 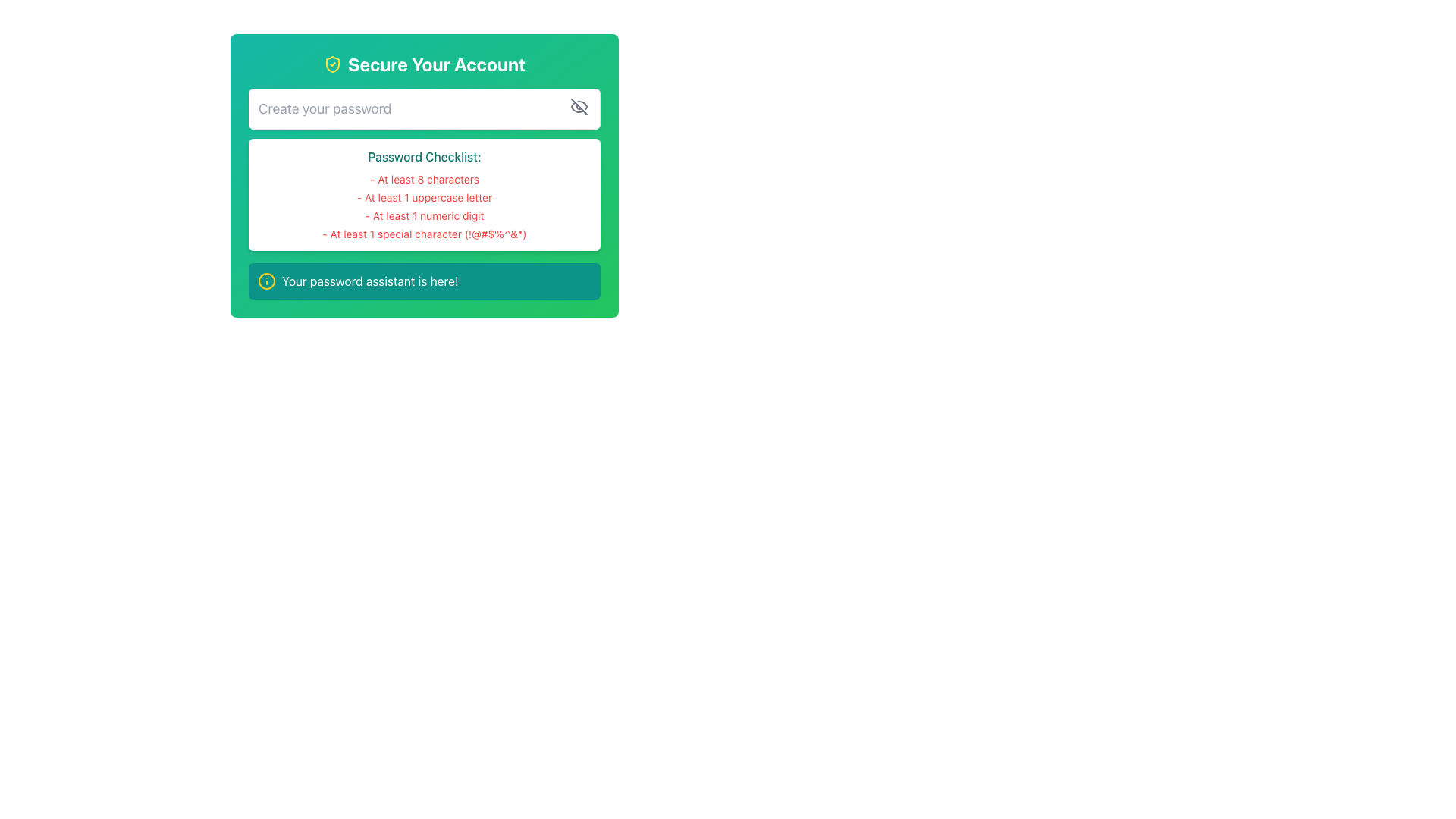 What do you see at coordinates (425, 157) in the screenshot?
I see `the Text Label that serves as a header for the password checklist, which is located in the central part of the interface above the checklist items` at bounding box center [425, 157].